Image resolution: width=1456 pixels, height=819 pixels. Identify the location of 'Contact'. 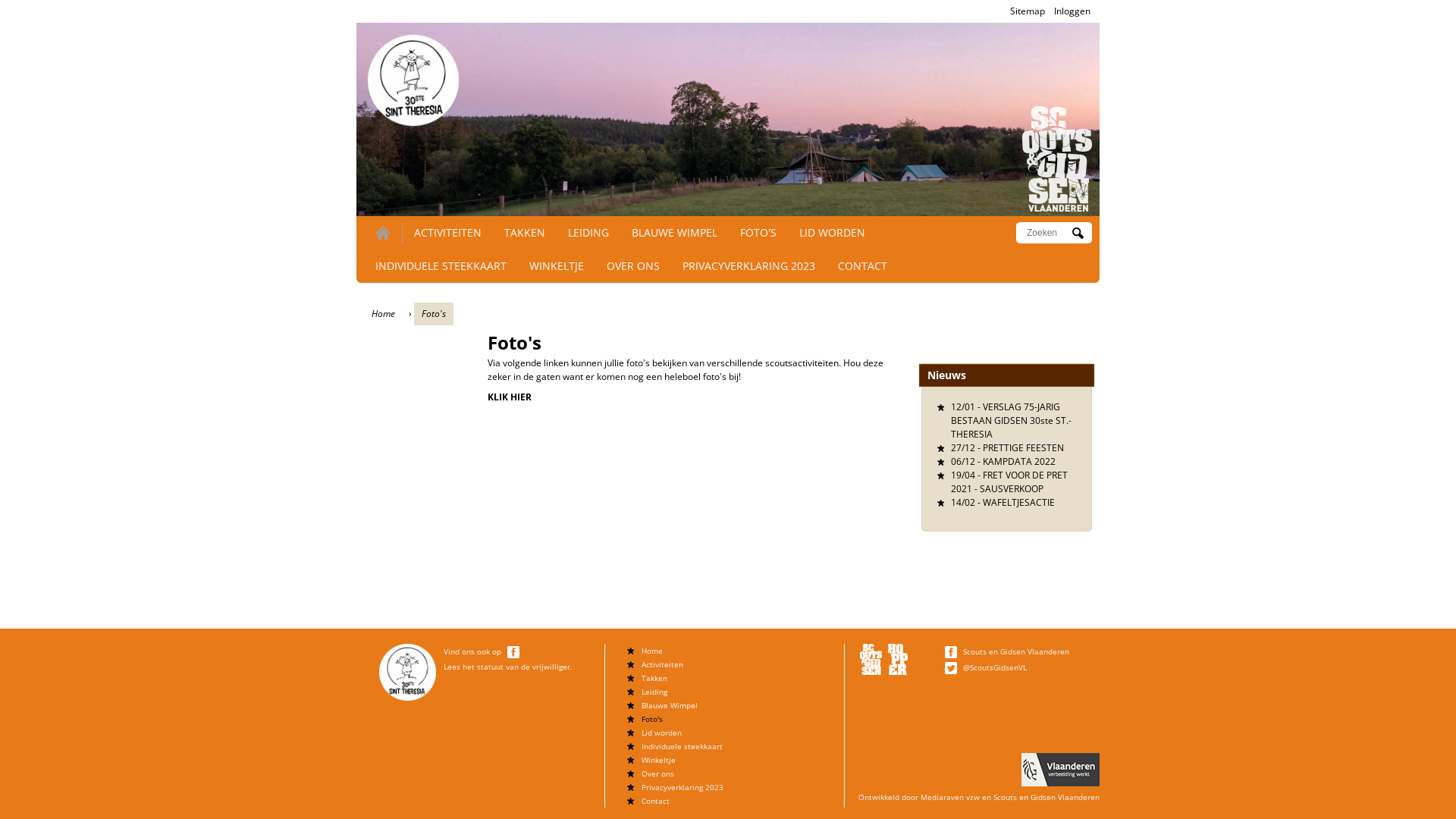
(655, 800).